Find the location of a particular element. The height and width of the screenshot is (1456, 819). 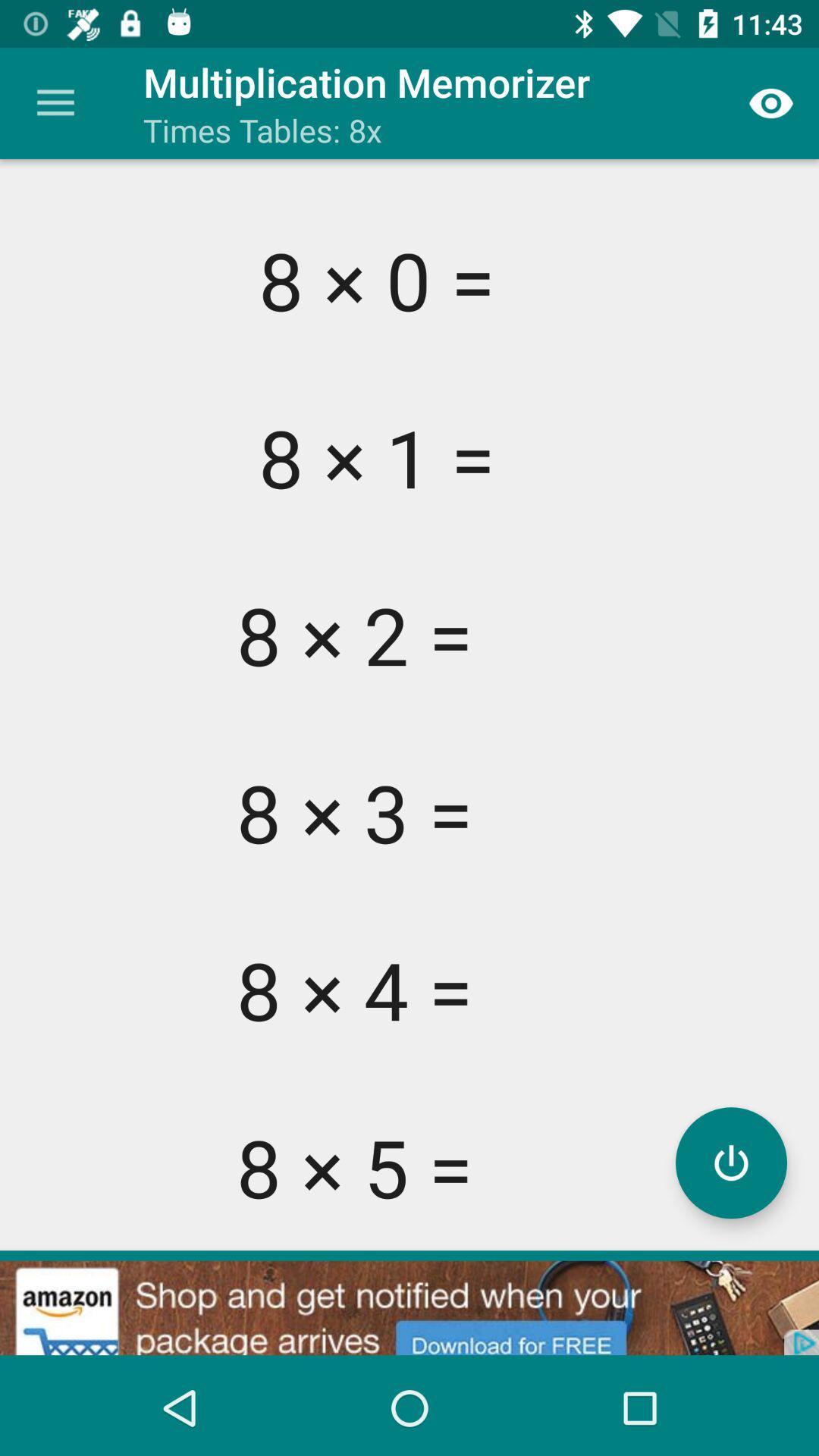

the power icon is located at coordinates (730, 1162).